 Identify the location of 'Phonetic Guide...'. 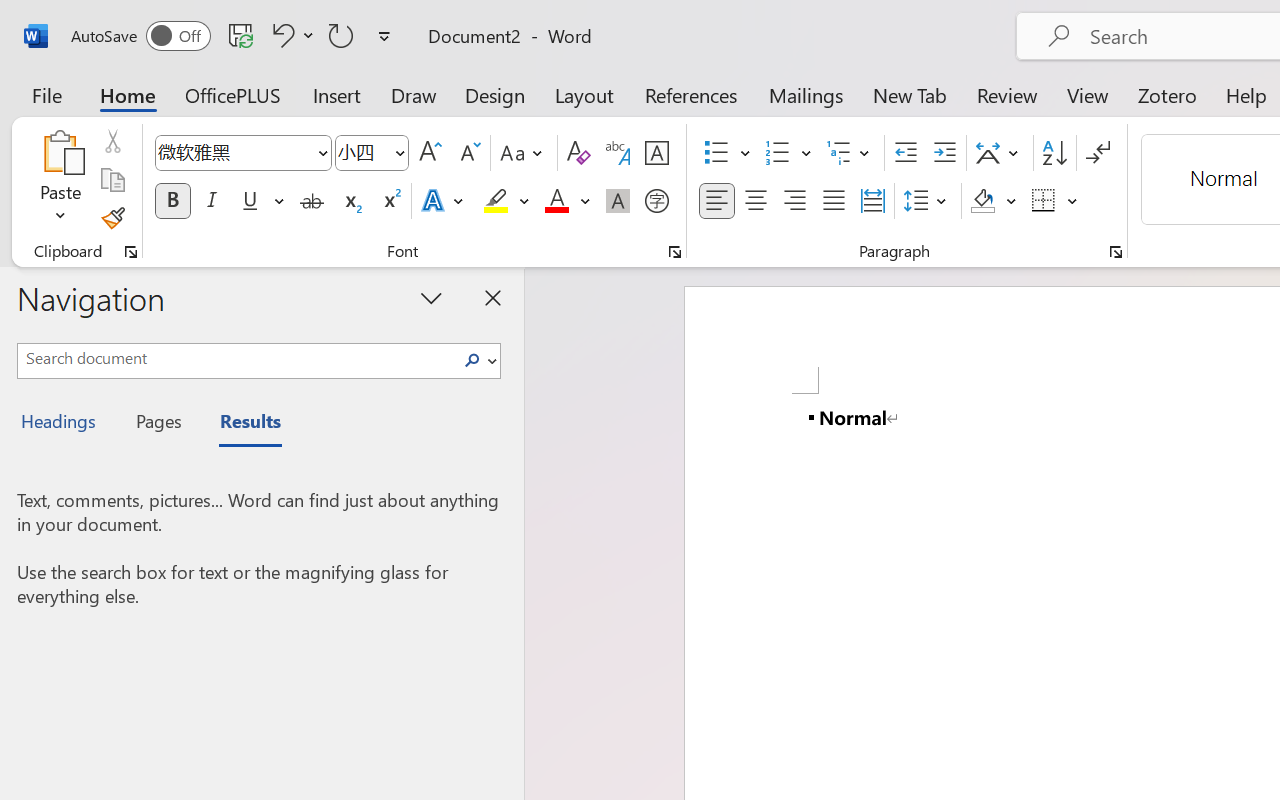
(617, 153).